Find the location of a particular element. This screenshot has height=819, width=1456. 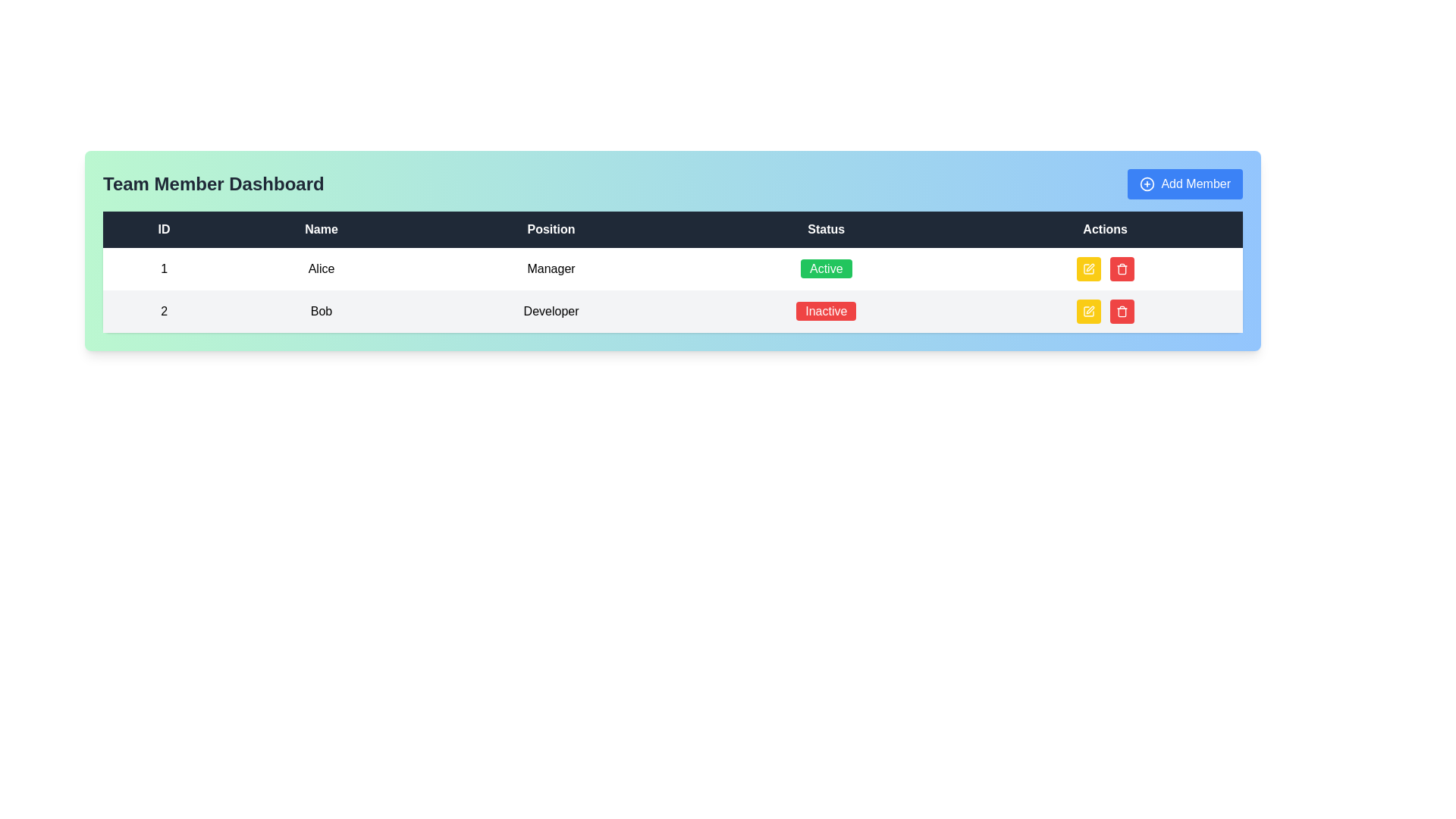

the small yellow square edit button with a white border in the second row of the table under the 'Actions' column is located at coordinates (1087, 311).